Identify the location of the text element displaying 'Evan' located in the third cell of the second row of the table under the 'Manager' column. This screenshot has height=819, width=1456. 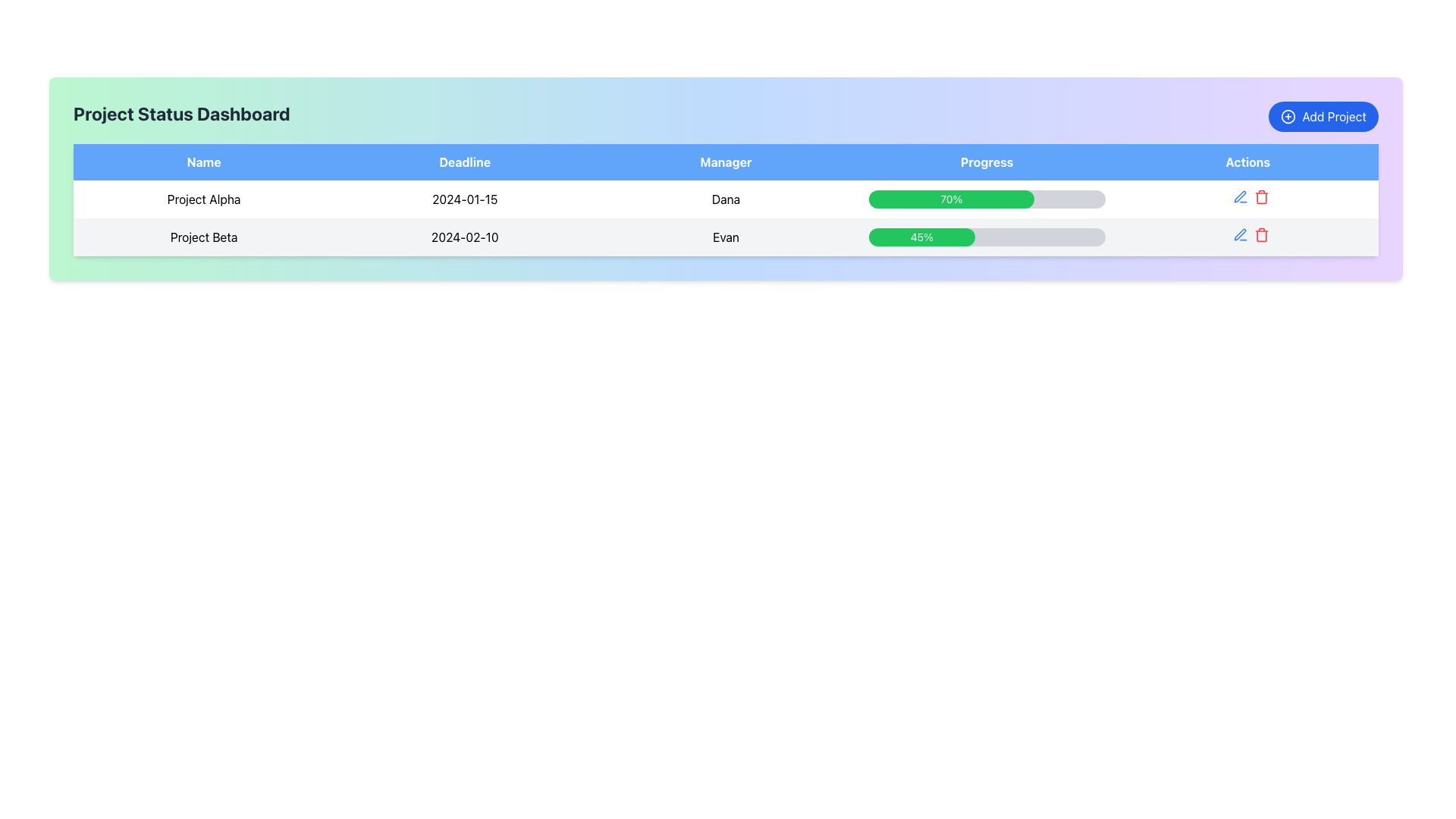
(725, 237).